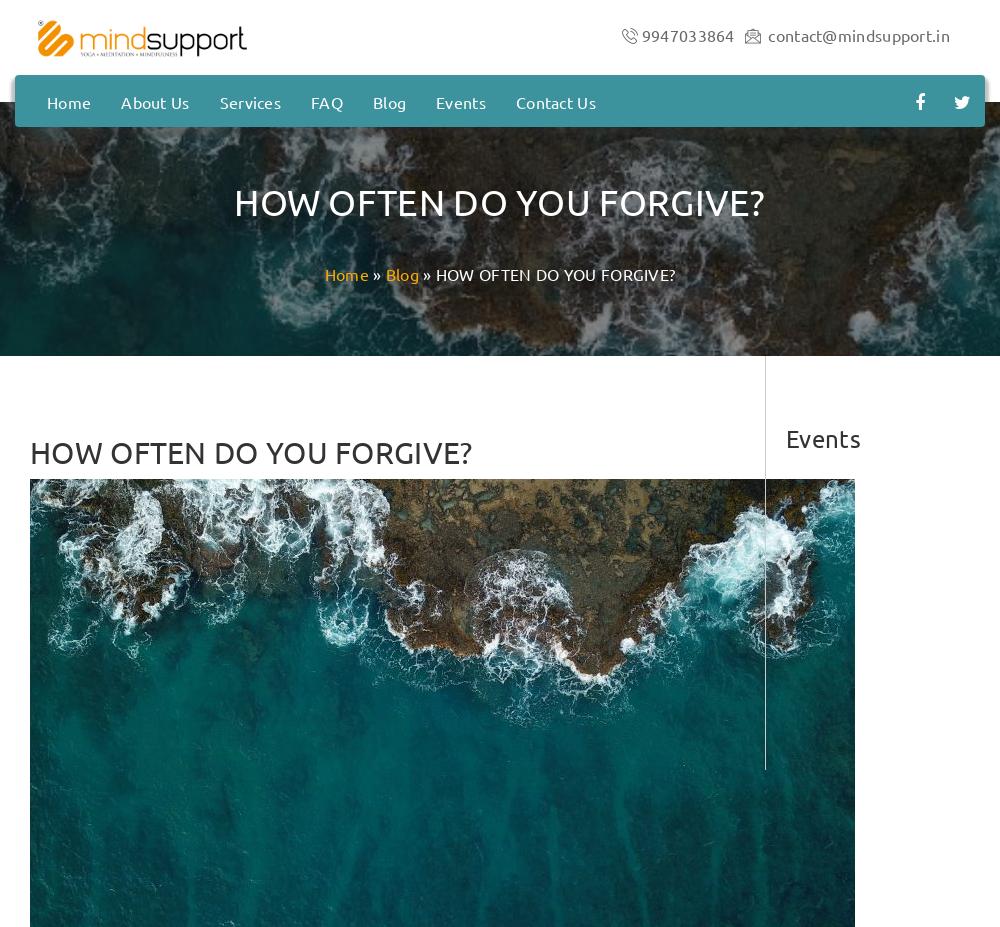  What do you see at coordinates (325, 100) in the screenshot?
I see `'FAQ'` at bounding box center [325, 100].